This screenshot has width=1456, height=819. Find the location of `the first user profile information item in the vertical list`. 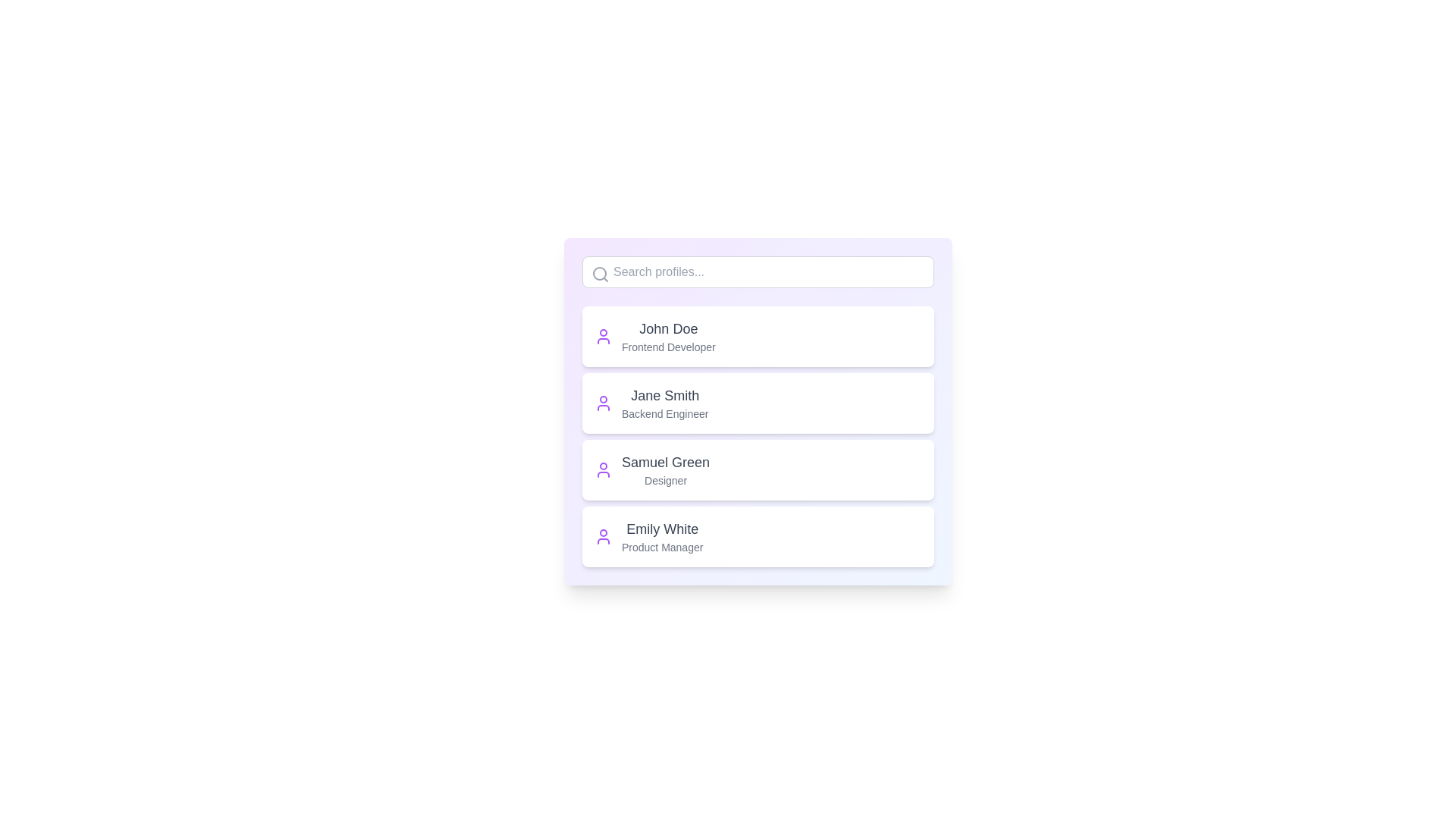

the first user profile information item in the vertical list is located at coordinates (758, 335).